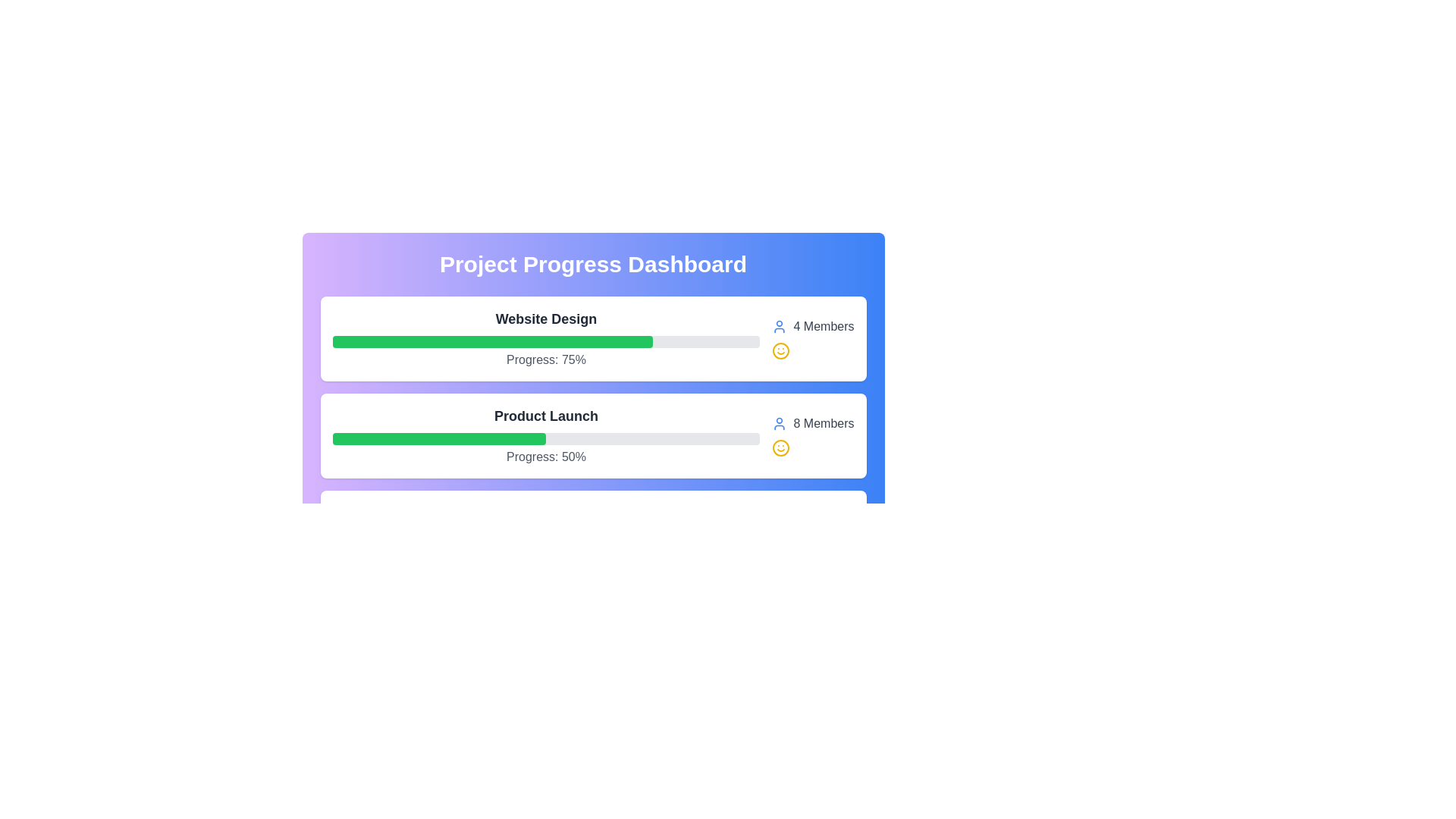  Describe the element at coordinates (592, 435) in the screenshot. I see `progress details from the Information card labeled 'Product Launch', which is the second element in a vertical list of project progress sections within the 'Project Progress Dashboard'` at that location.